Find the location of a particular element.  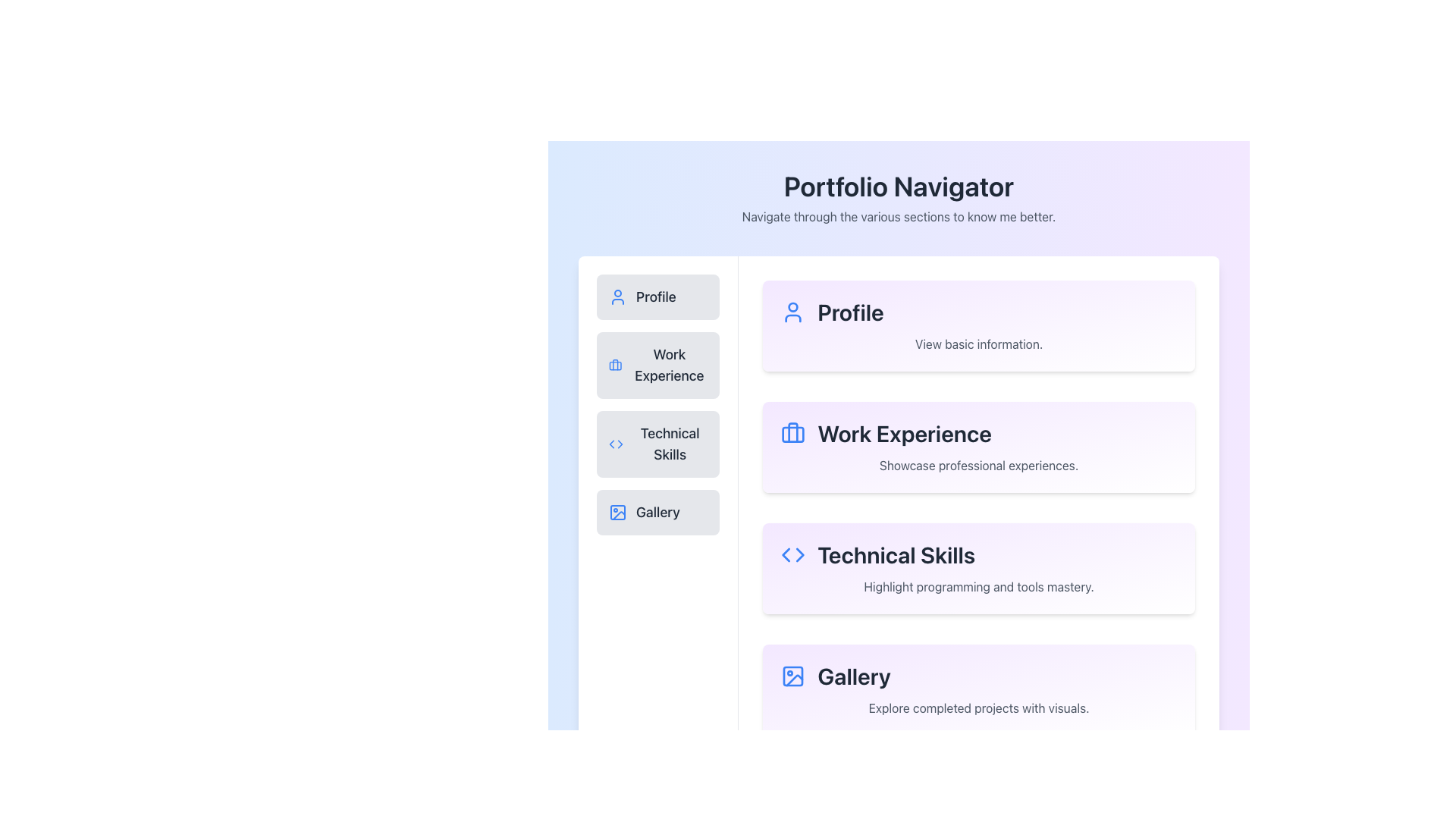

the prominent text header titled 'Portfolio Navigator', which is styled in large, bold, dark font and is centrally located at the top of the page is located at coordinates (899, 186).